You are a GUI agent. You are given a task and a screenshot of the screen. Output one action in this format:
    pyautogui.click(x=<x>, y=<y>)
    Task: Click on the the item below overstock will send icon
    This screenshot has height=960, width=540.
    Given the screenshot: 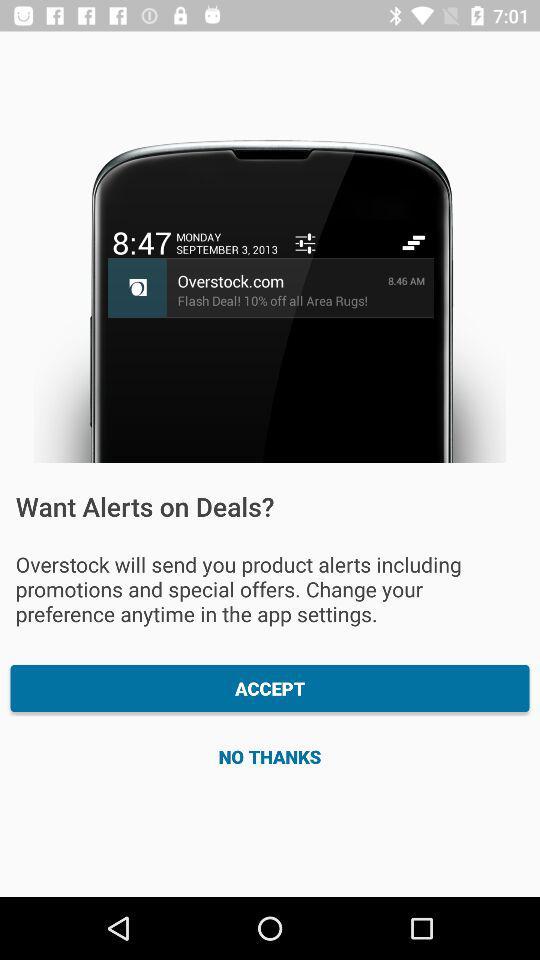 What is the action you would take?
    pyautogui.click(x=270, y=688)
    